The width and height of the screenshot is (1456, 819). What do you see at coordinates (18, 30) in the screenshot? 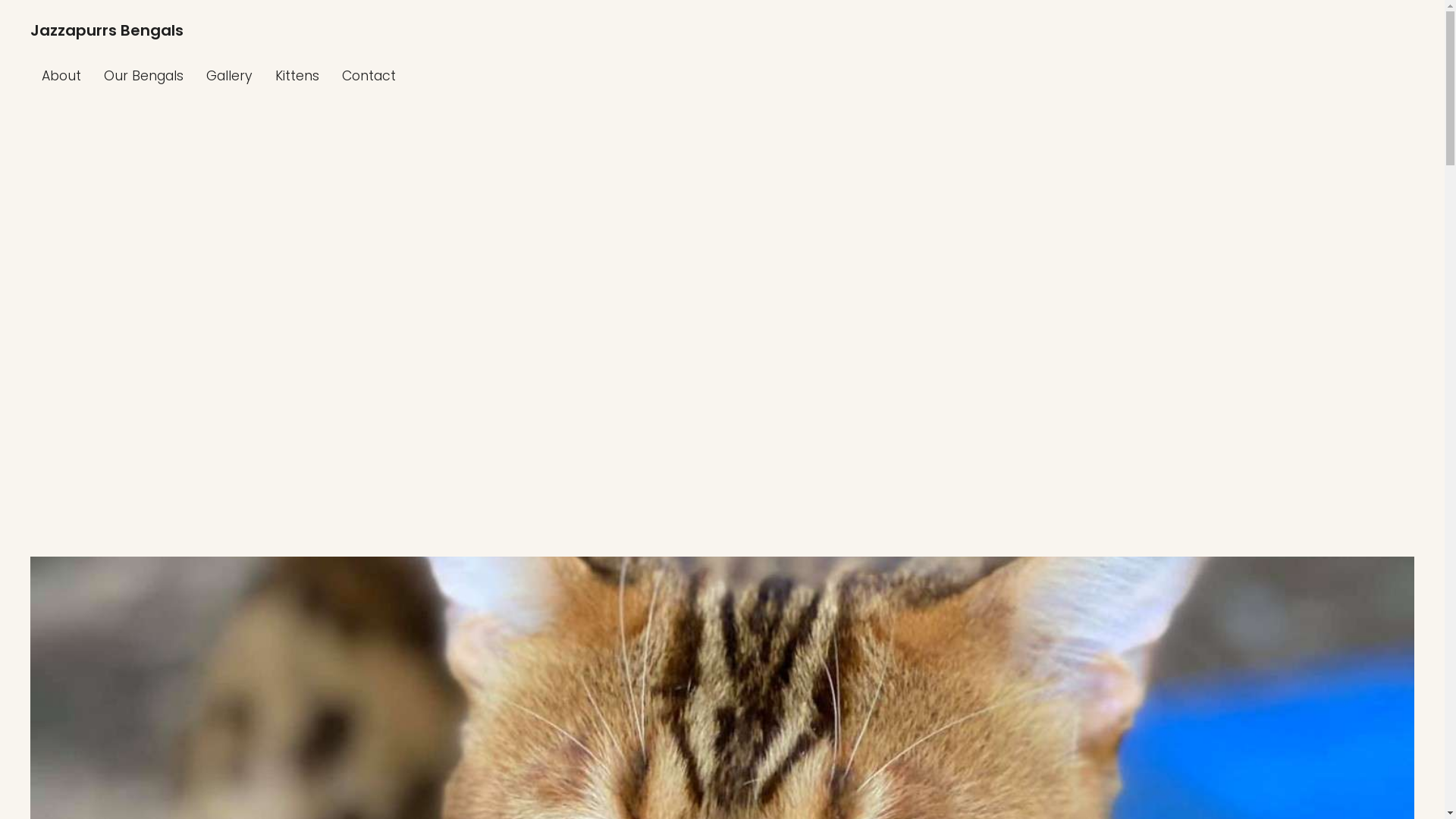
I see `'Jazzapurrs Bengals'` at bounding box center [18, 30].